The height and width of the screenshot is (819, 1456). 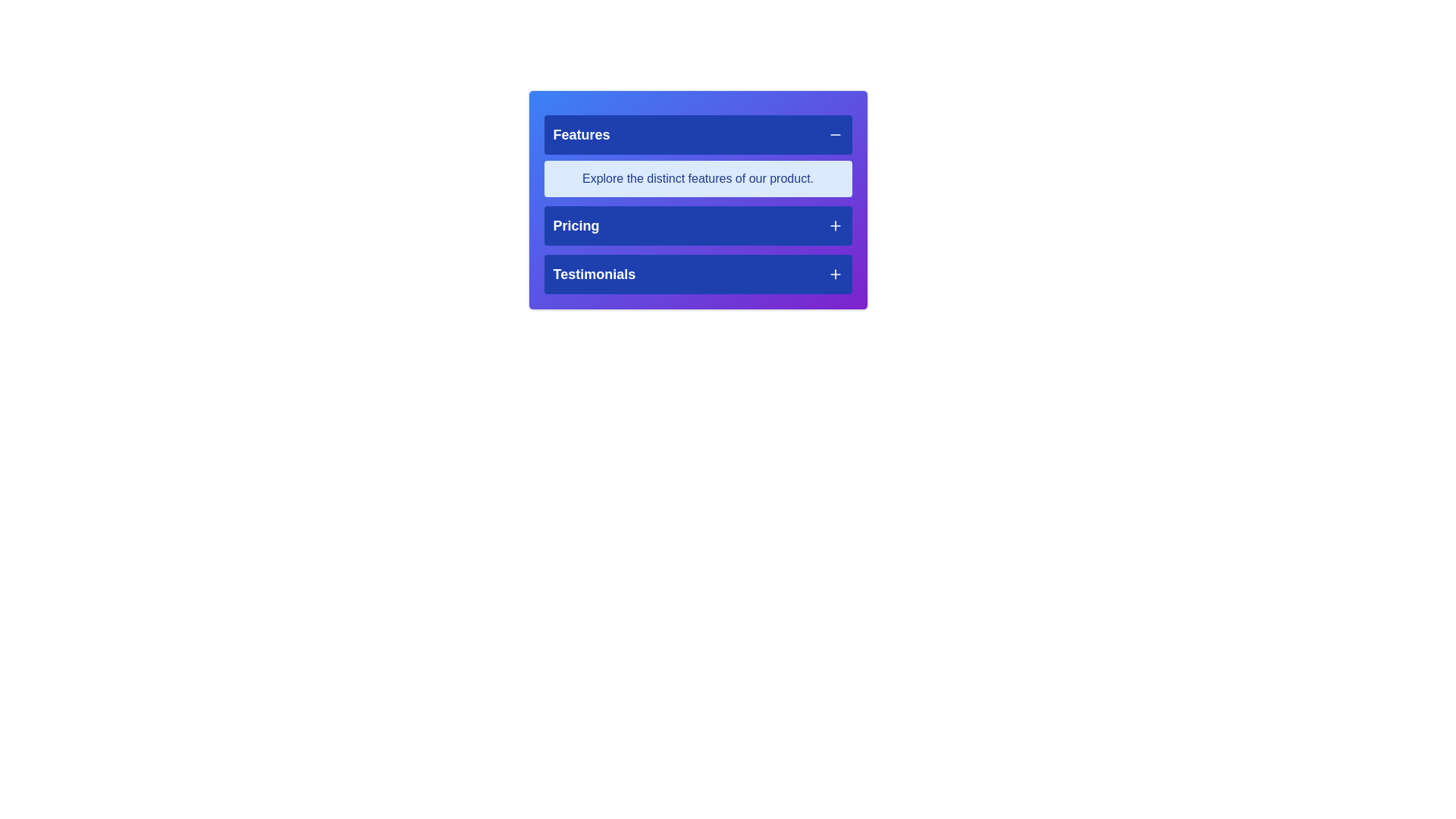 I want to click on the first button in the vertical stack, so click(x=697, y=133).